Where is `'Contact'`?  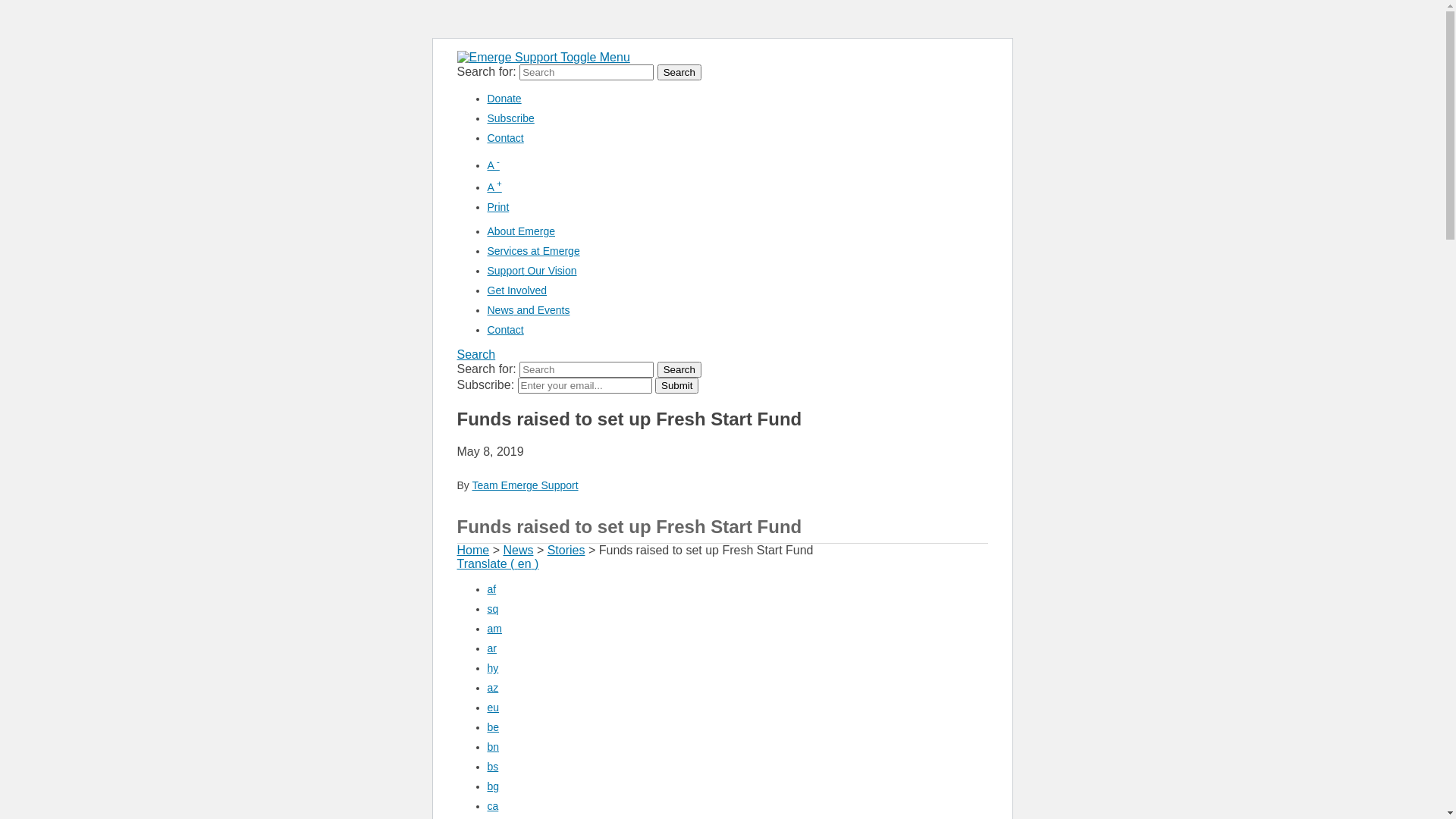
'Contact' is located at coordinates (505, 137).